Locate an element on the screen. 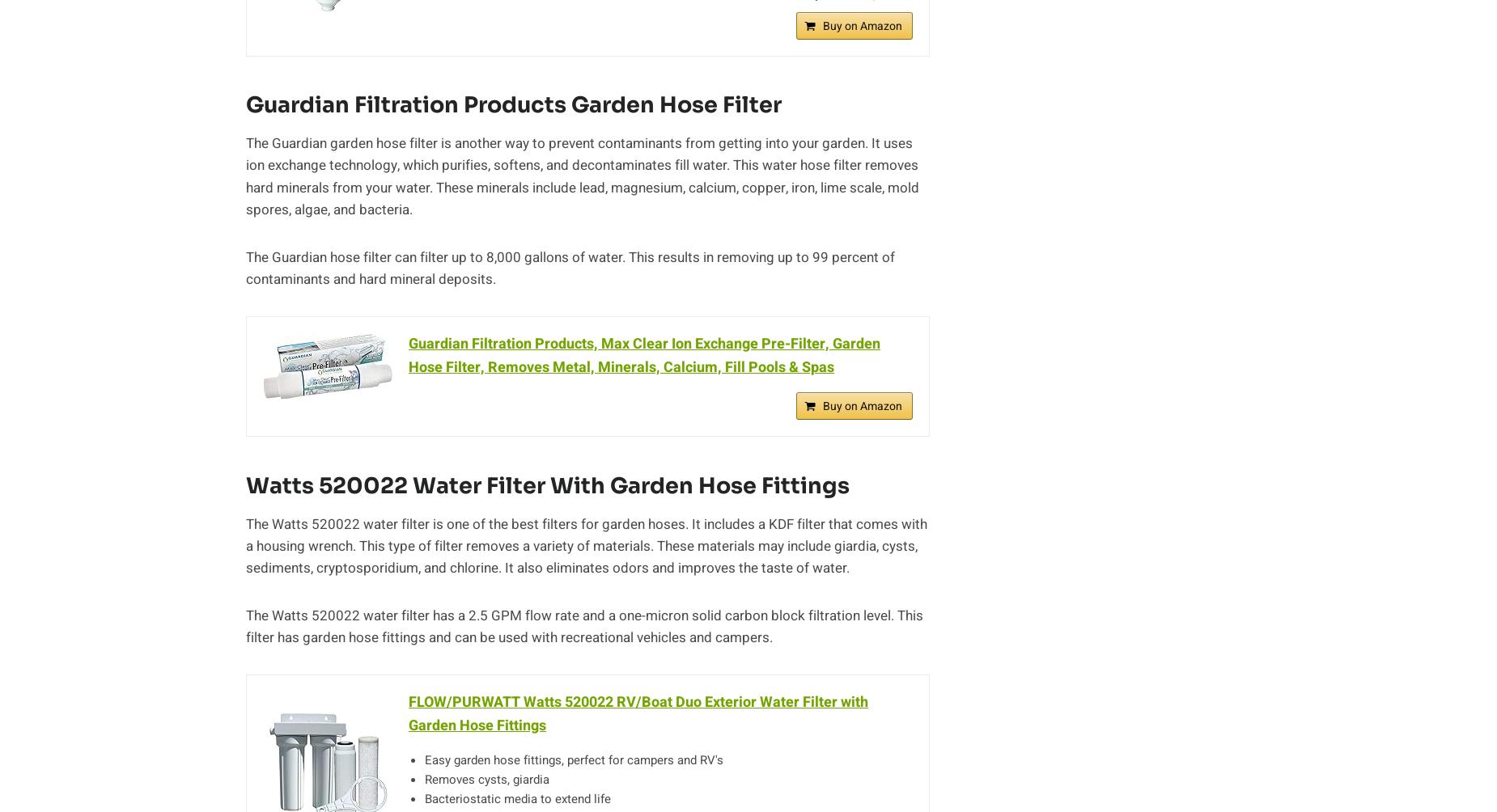  'Guardian Filtration Products, Max Clear Ion Exchange Pre-Filter, Garden Hose Filter, Removes Metal, Minerals, Calcium, Fill Pools & Spas' is located at coordinates (644, 354).